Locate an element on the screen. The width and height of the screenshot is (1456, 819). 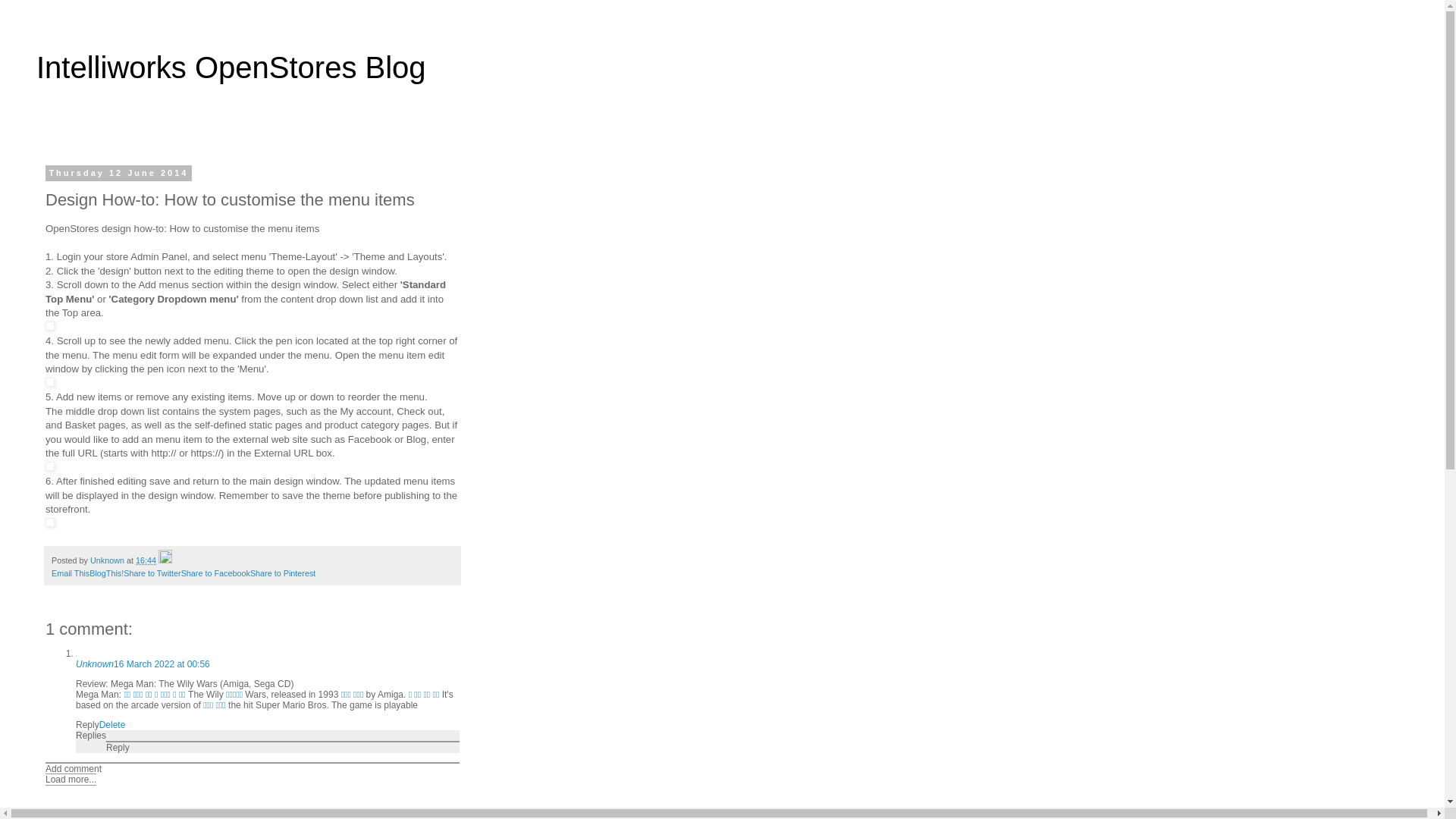
'Share to Facebook' is located at coordinates (215, 573).